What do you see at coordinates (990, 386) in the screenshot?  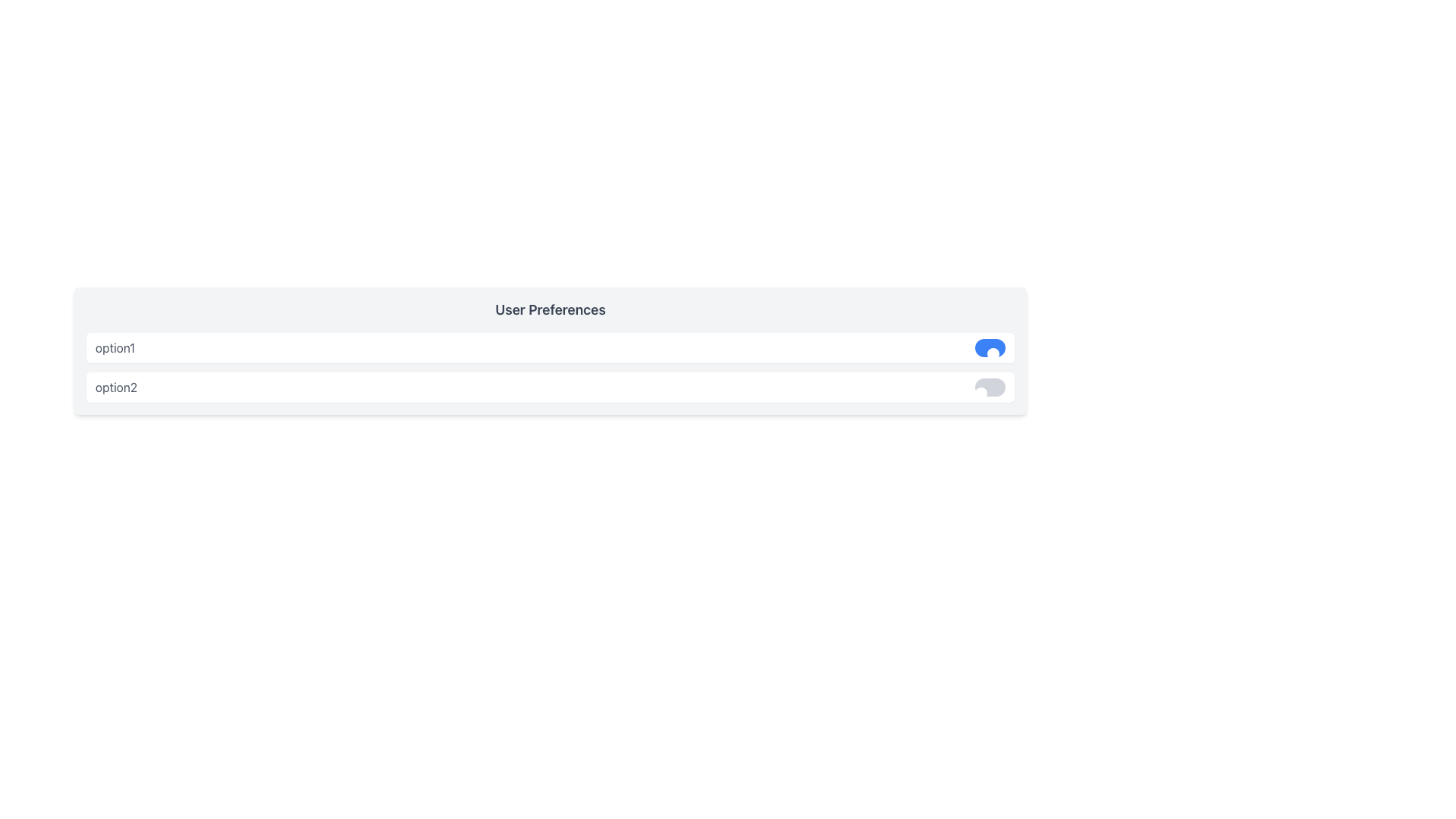 I see `the toggle switch located at the far right of the row labeled 'option2' under the 'User Preferences' header` at bounding box center [990, 386].